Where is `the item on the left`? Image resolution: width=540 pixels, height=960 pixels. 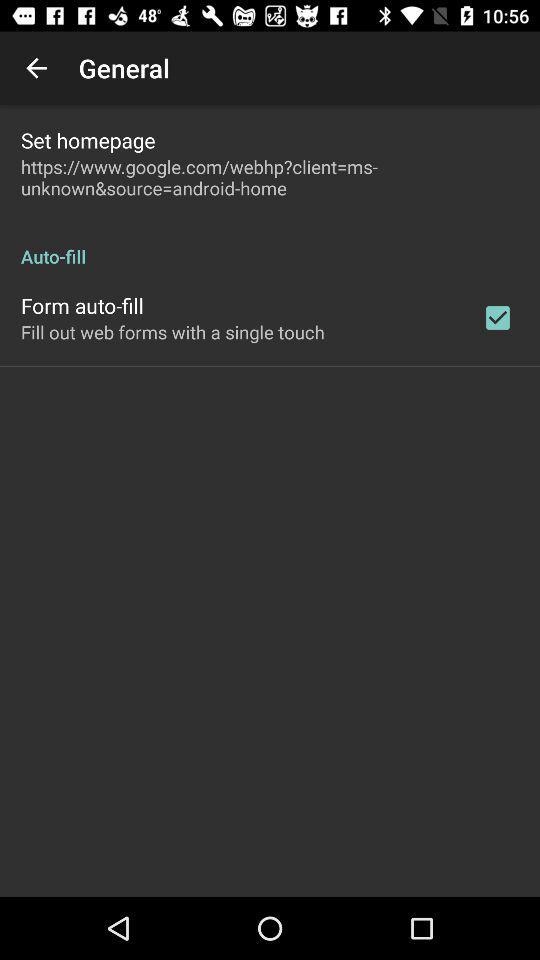
the item on the left is located at coordinates (172, 332).